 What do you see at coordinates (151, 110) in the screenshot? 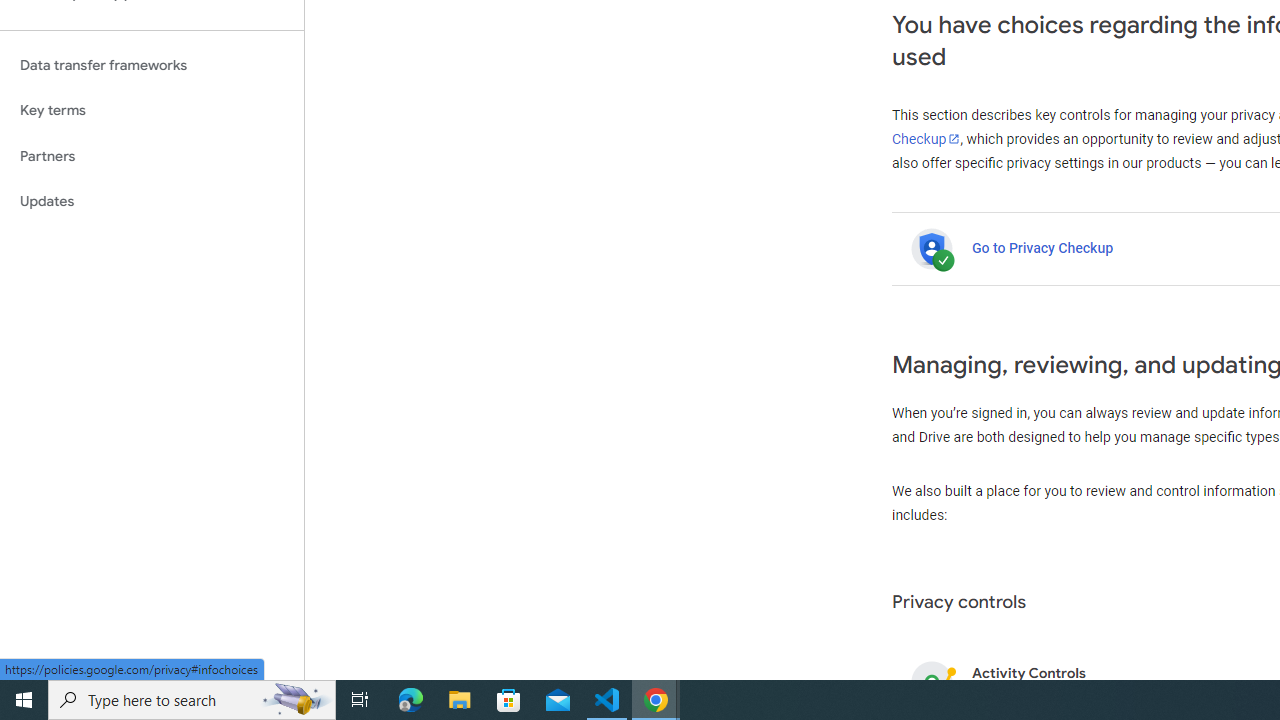
I see `'Key terms'` at bounding box center [151, 110].